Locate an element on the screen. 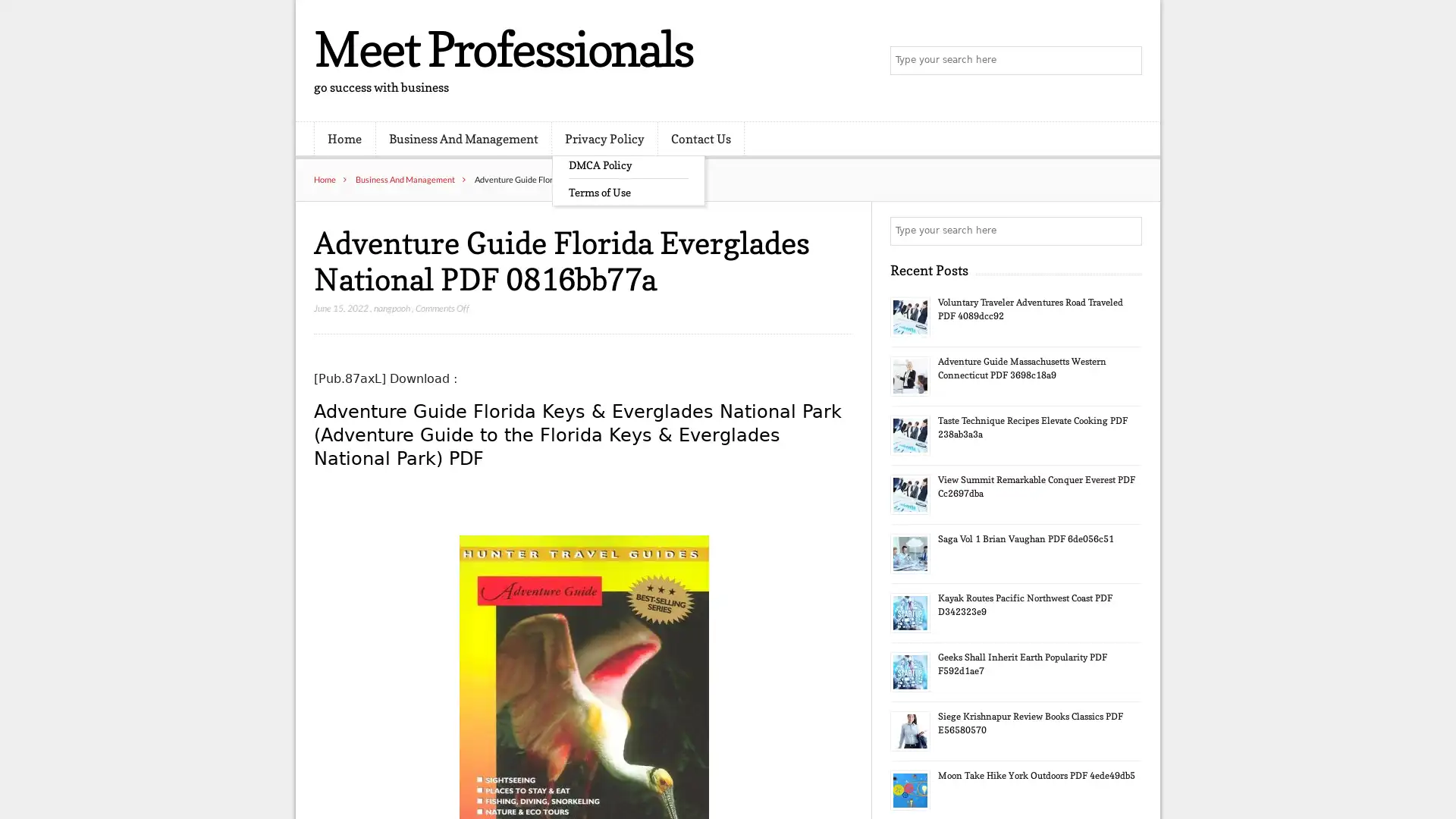  Search is located at coordinates (1126, 61).